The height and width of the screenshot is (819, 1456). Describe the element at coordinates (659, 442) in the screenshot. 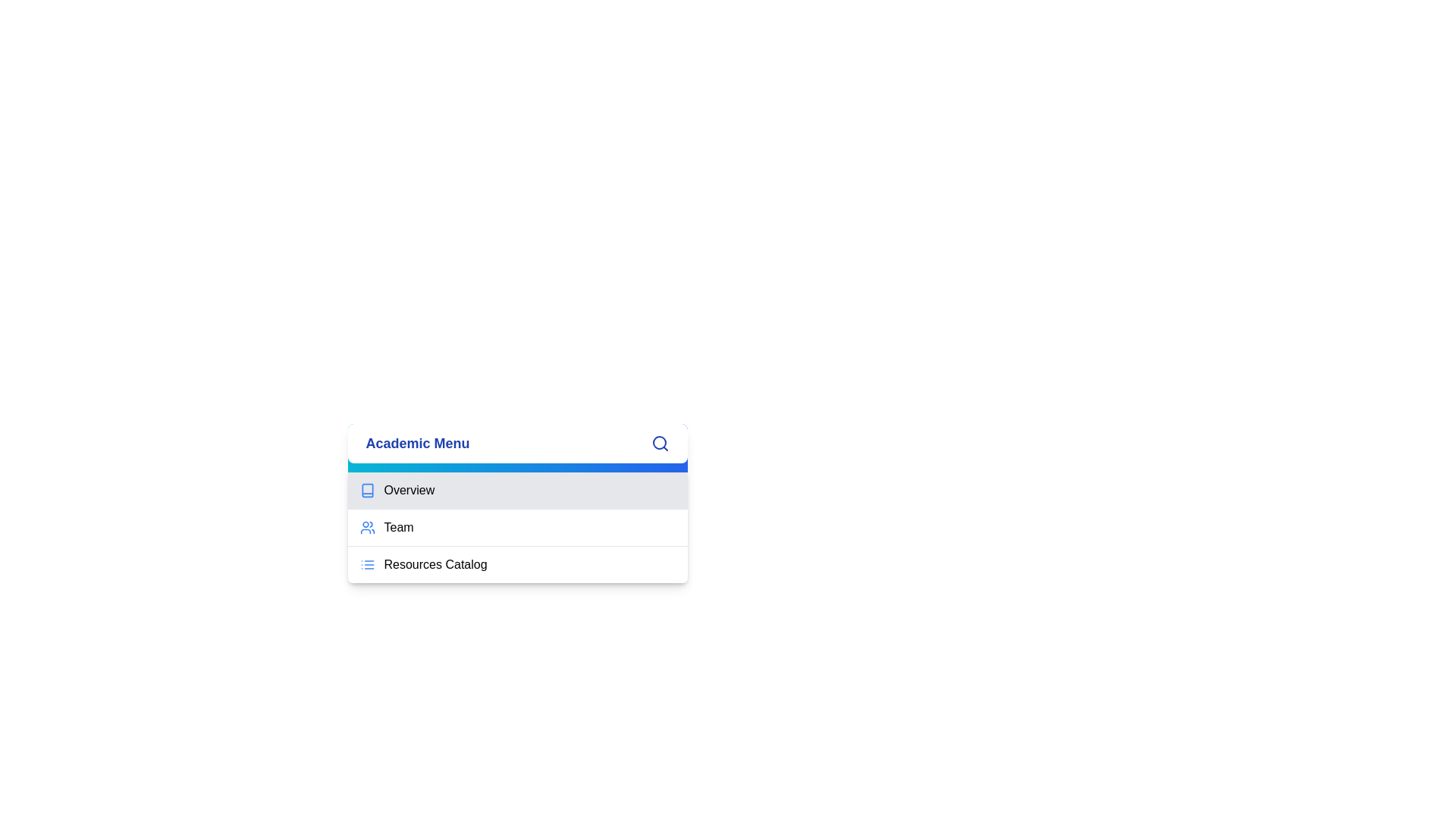

I see `the search icon located on the far-right side of the 'Academic Menu' title bar, which initiates a search-related action` at that location.